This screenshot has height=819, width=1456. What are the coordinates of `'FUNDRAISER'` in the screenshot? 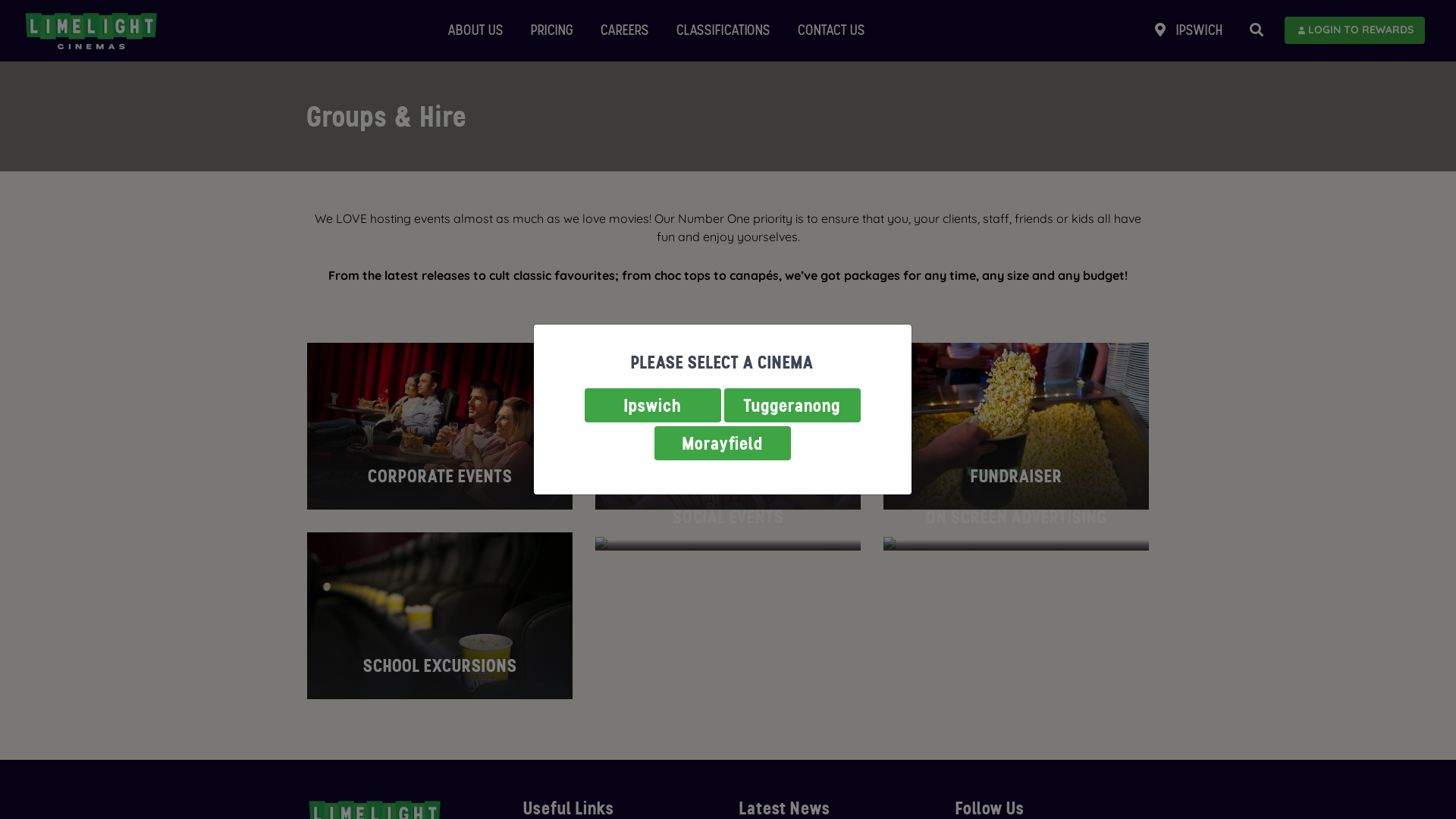 It's located at (1015, 426).